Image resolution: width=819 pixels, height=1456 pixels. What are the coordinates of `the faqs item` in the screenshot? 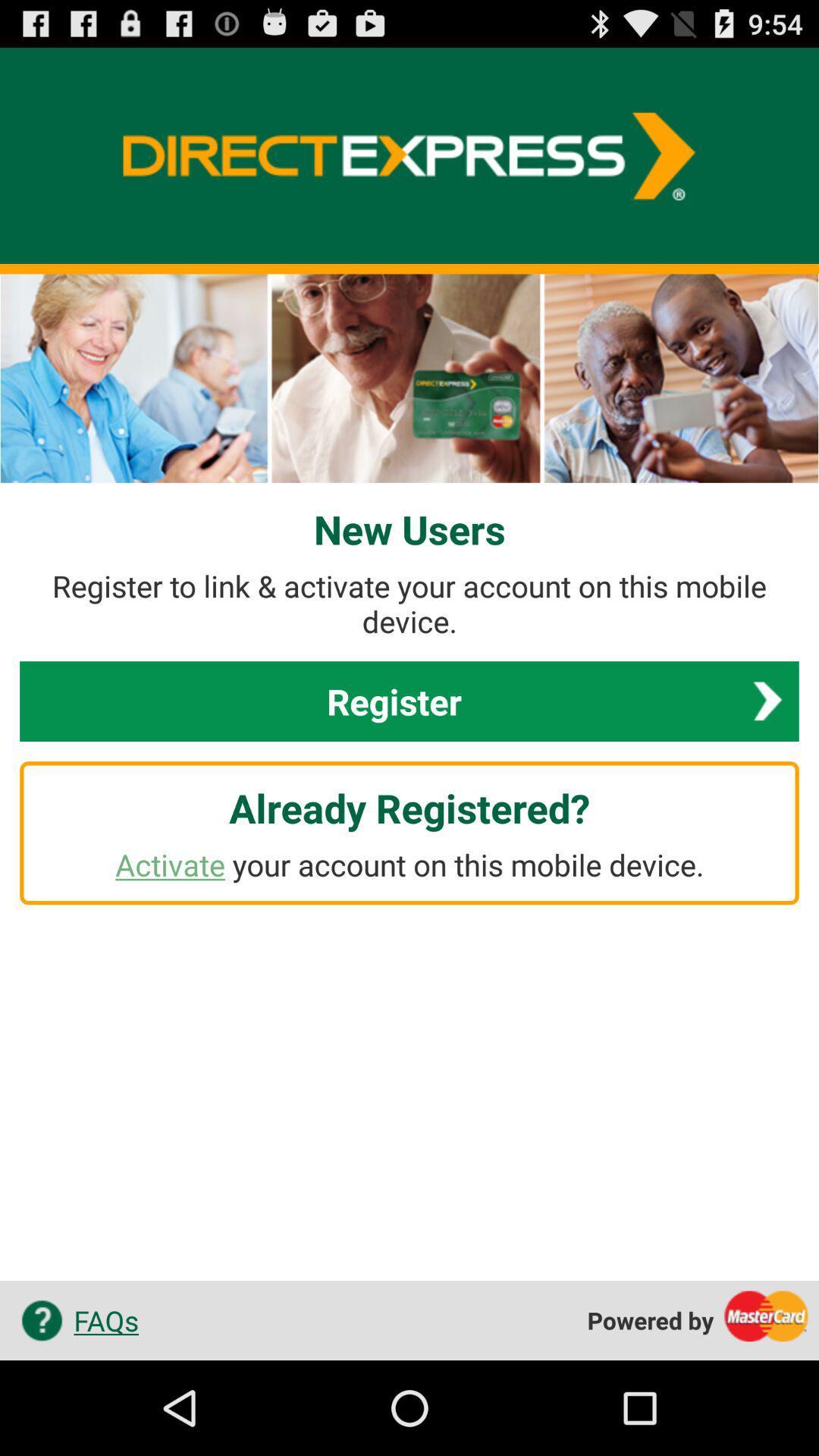 It's located at (74, 1319).